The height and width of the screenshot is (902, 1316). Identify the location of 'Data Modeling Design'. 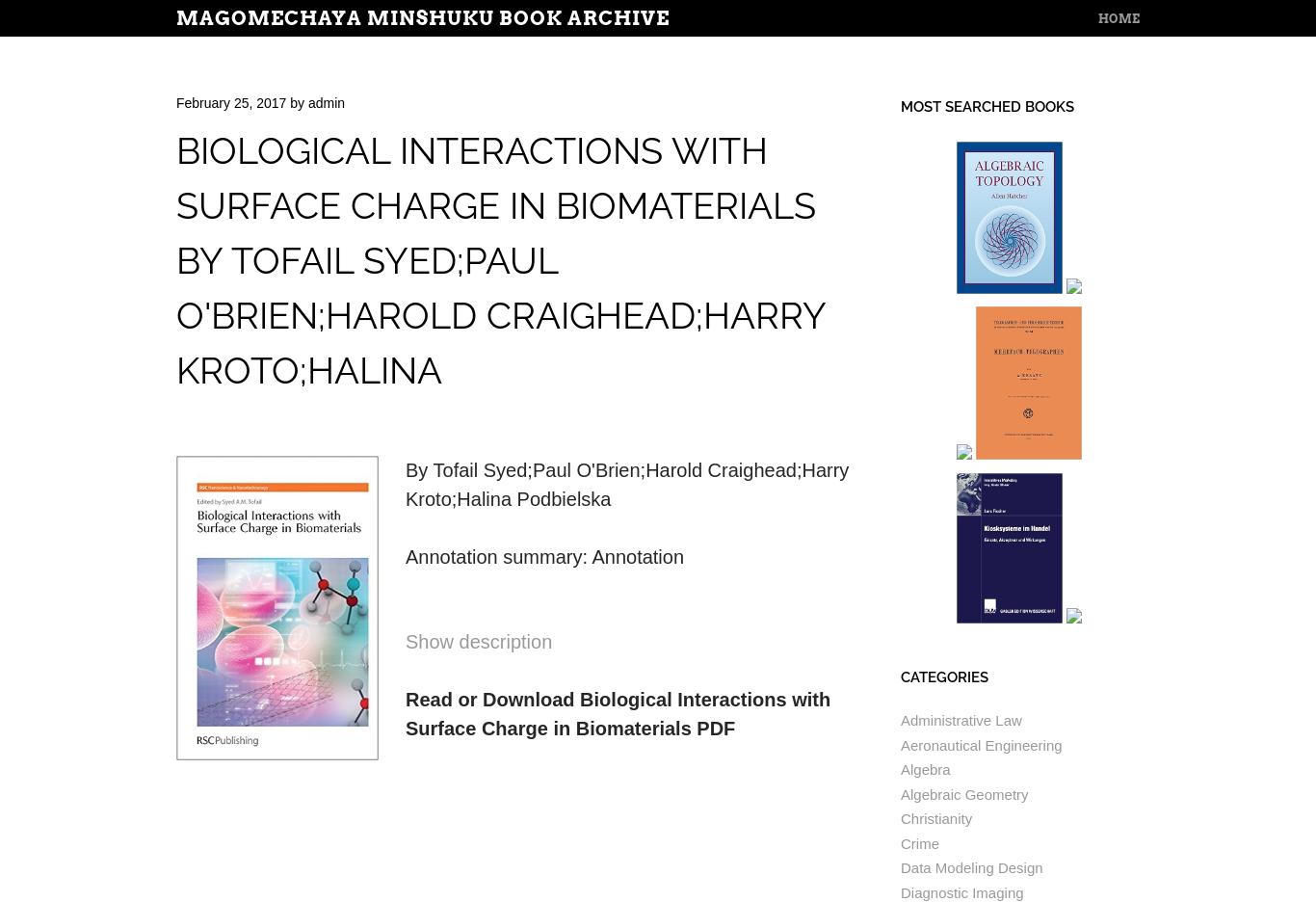
(971, 867).